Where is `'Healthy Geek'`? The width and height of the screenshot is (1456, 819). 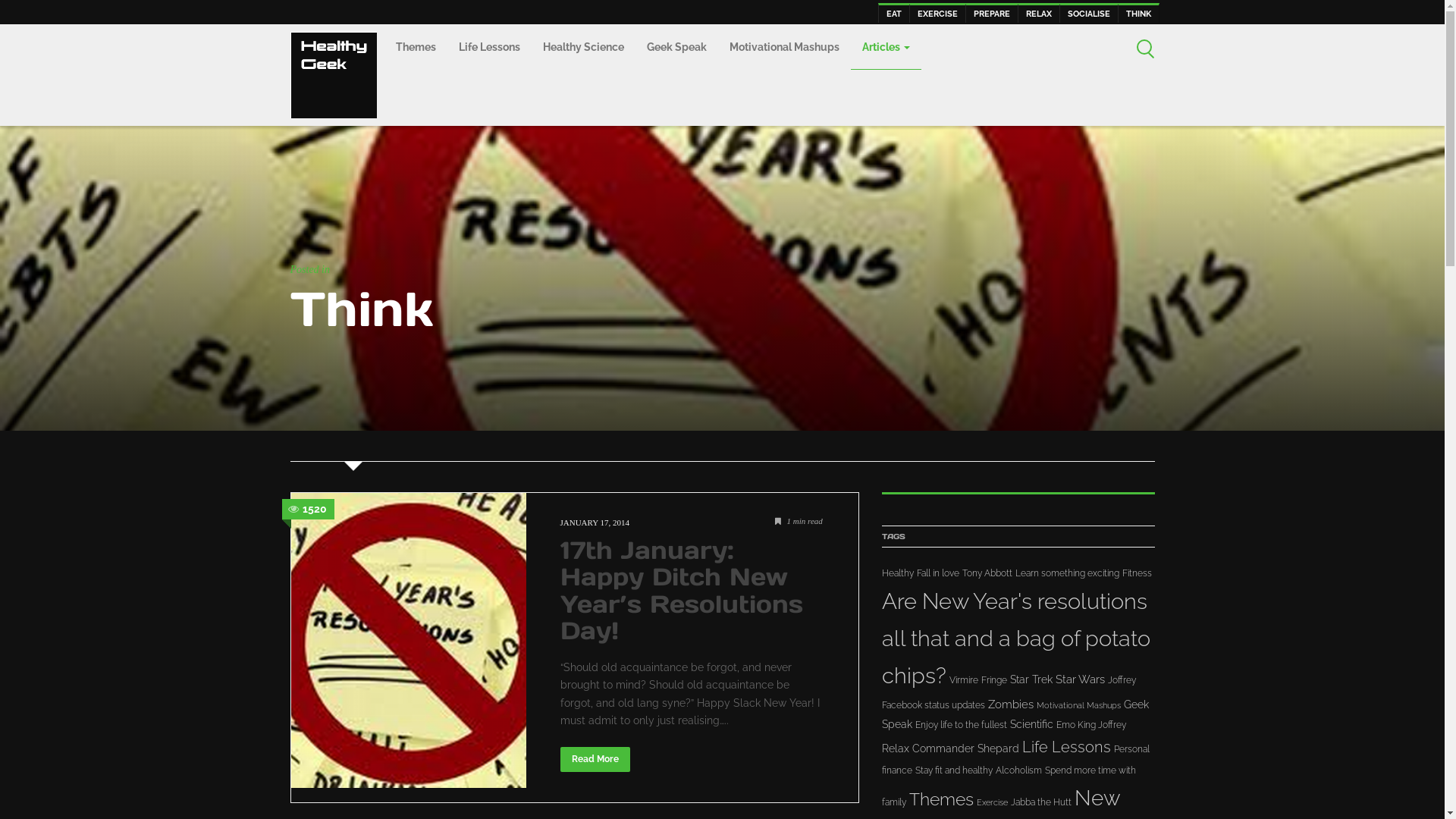
'Healthy Geek' is located at coordinates (331, 74).